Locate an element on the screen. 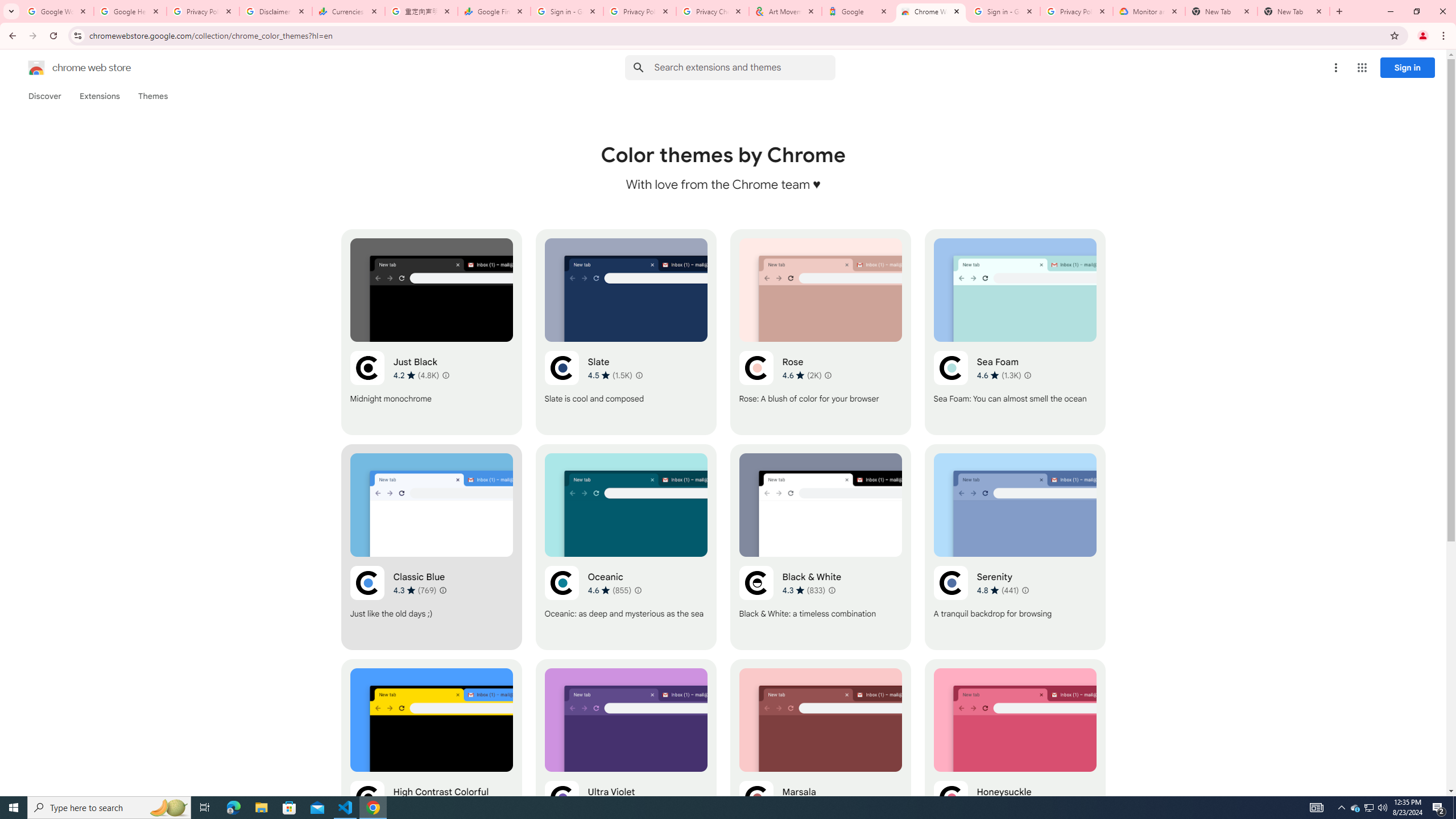 Image resolution: width=1456 pixels, height=819 pixels. 'Classic Blue' is located at coordinates (431, 547).